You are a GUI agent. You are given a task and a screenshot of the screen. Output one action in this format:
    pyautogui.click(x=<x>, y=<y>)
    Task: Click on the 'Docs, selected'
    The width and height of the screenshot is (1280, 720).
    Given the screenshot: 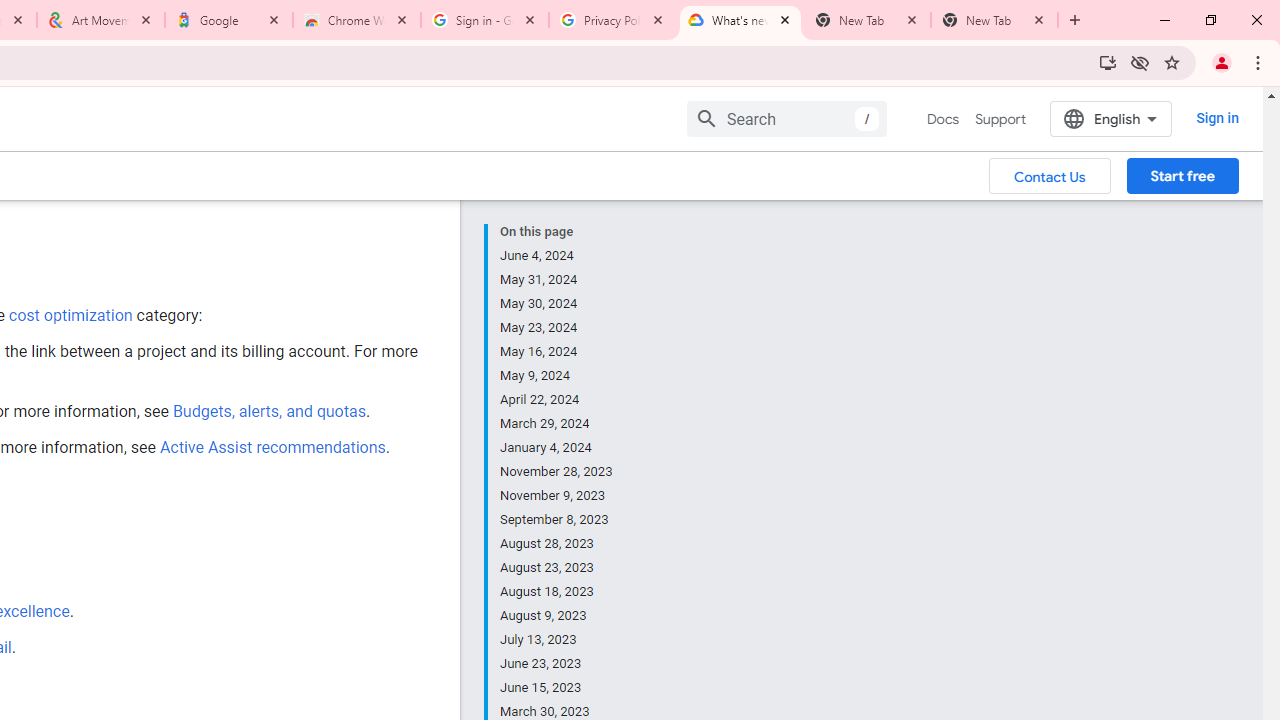 What is the action you would take?
    pyautogui.click(x=941, y=119)
    